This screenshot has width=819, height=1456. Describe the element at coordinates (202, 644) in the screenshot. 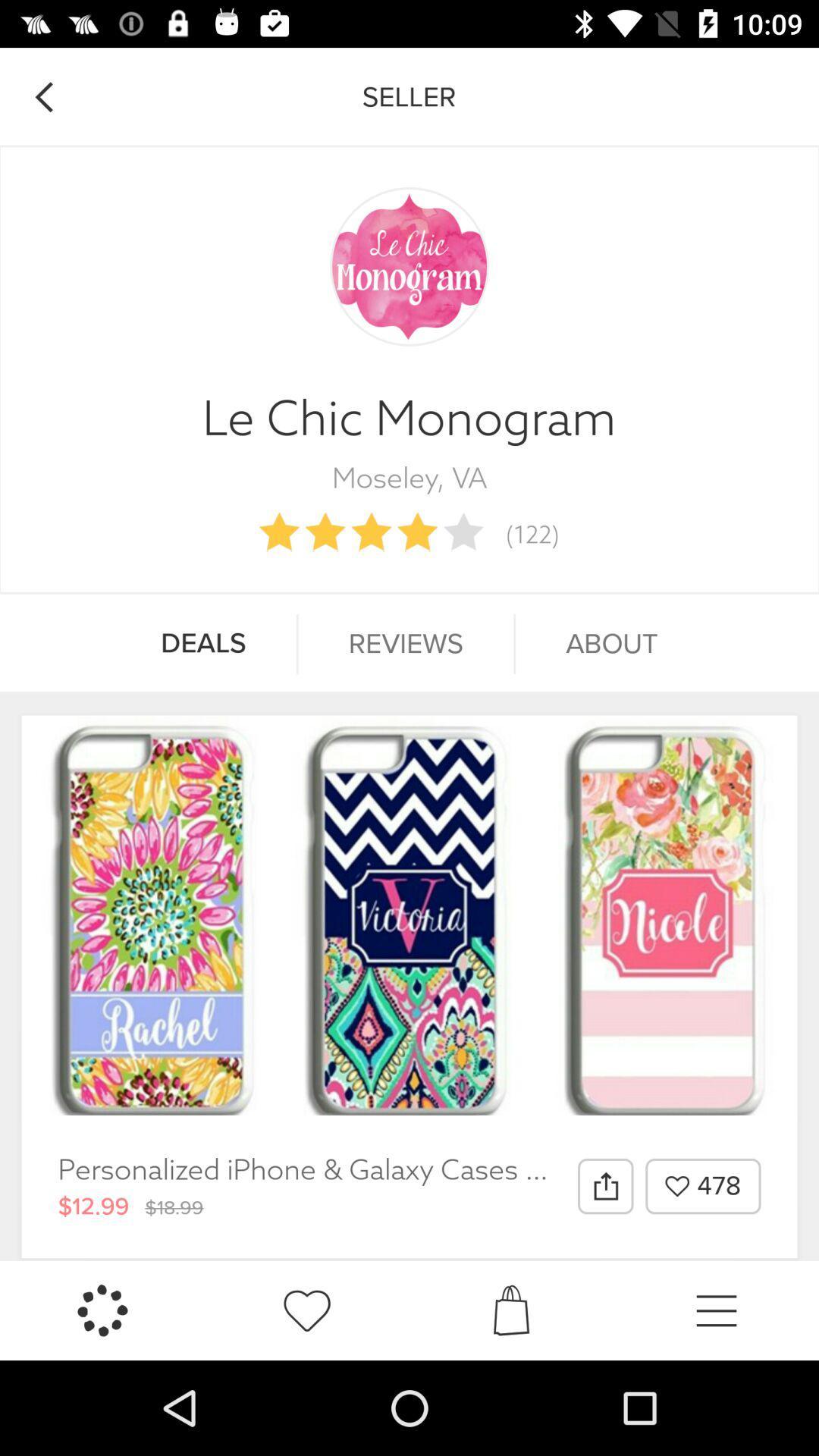

I see `deals` at that location.